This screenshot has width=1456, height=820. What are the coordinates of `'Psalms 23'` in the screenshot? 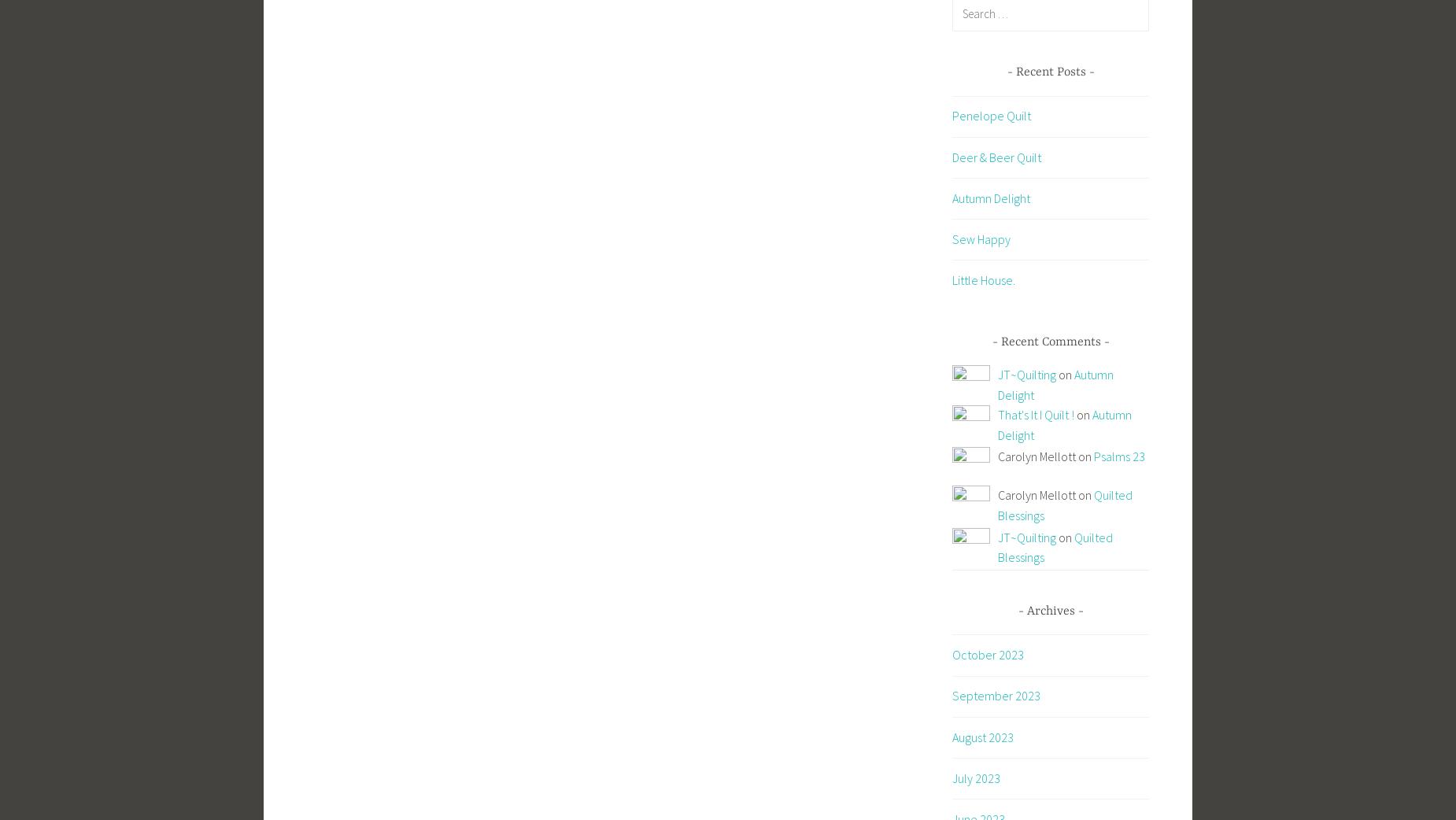 It's located at (1119, 455).